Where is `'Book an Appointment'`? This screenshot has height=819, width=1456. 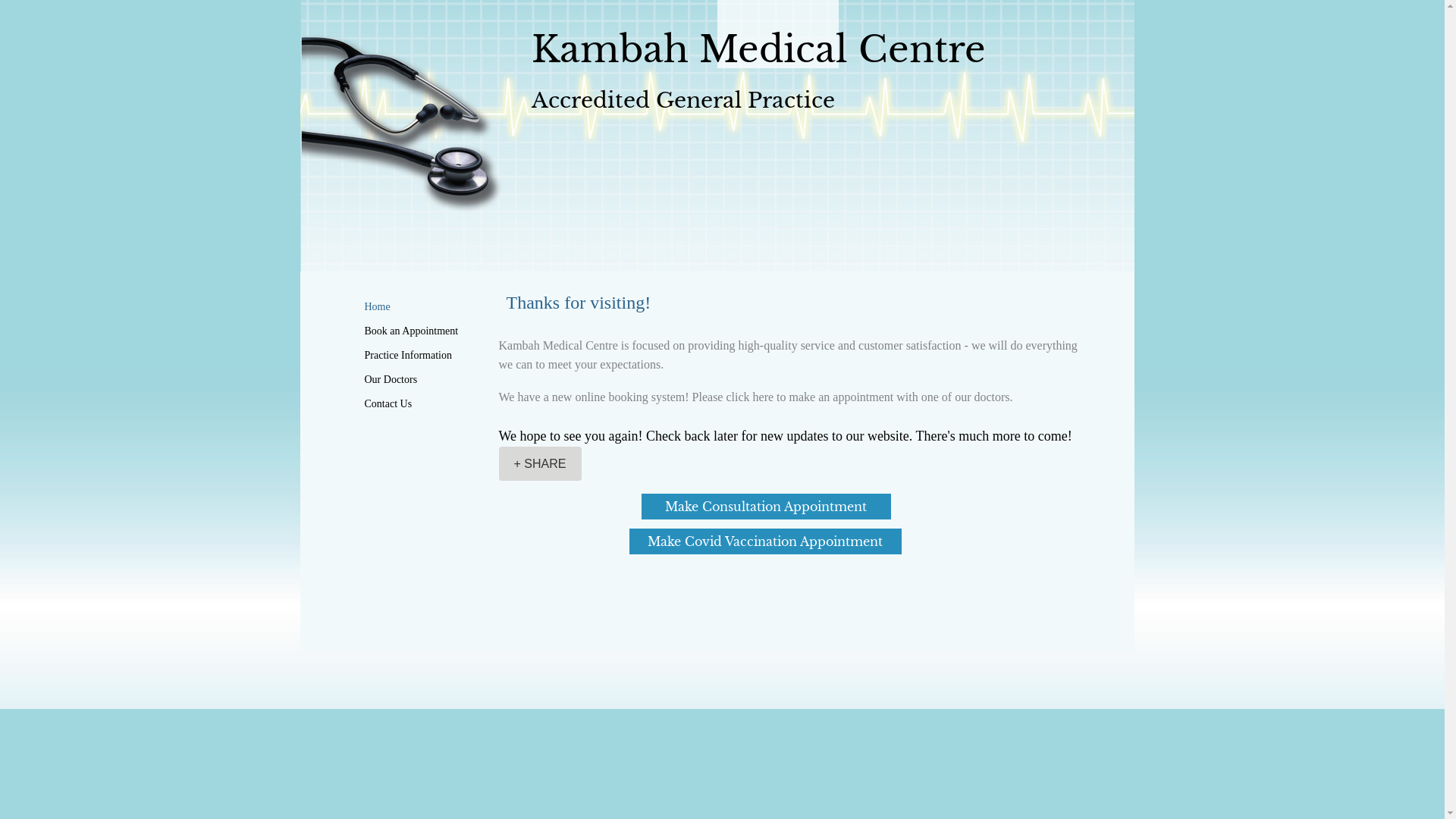 'Book an Appointment' is located at coordinates (411, 330).